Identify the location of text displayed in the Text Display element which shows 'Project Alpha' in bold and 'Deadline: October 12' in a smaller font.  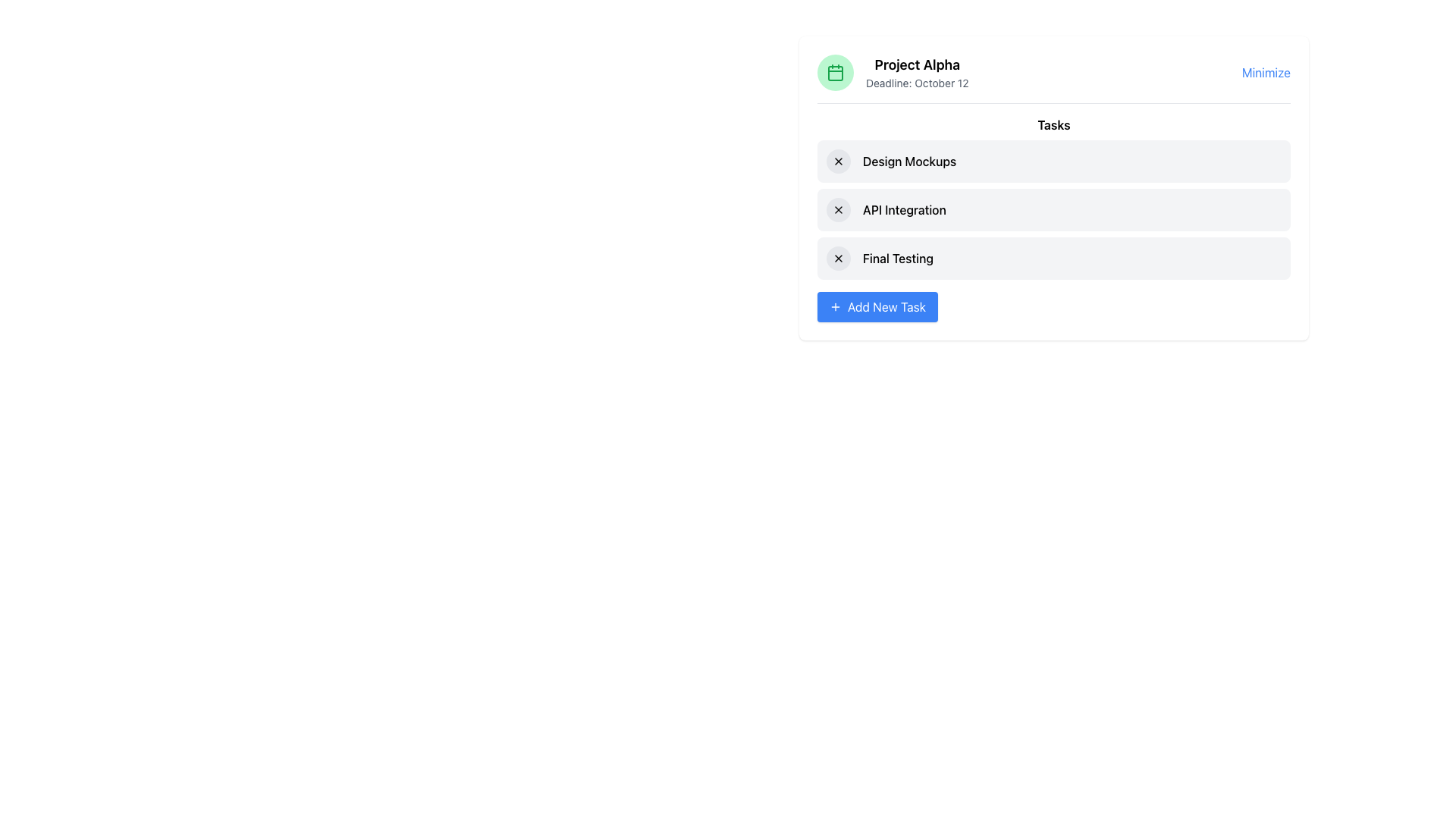
(916, 73).